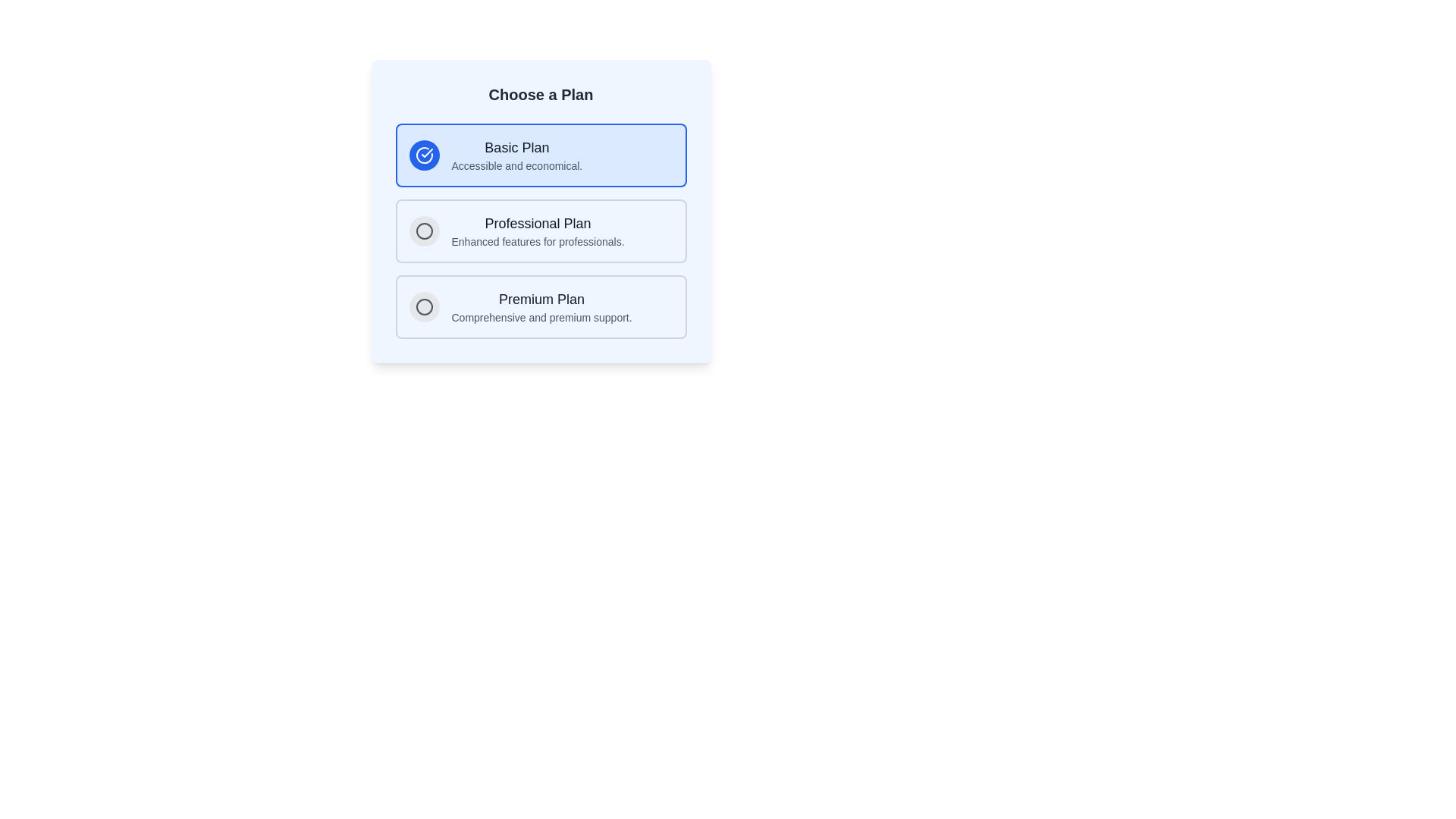 This screenshot has height=819, width=1456. Describe the element at coordinates (541, 211) in the screenshot. I see `one of the subscription plan options within the centrally located Card with options` at that location.